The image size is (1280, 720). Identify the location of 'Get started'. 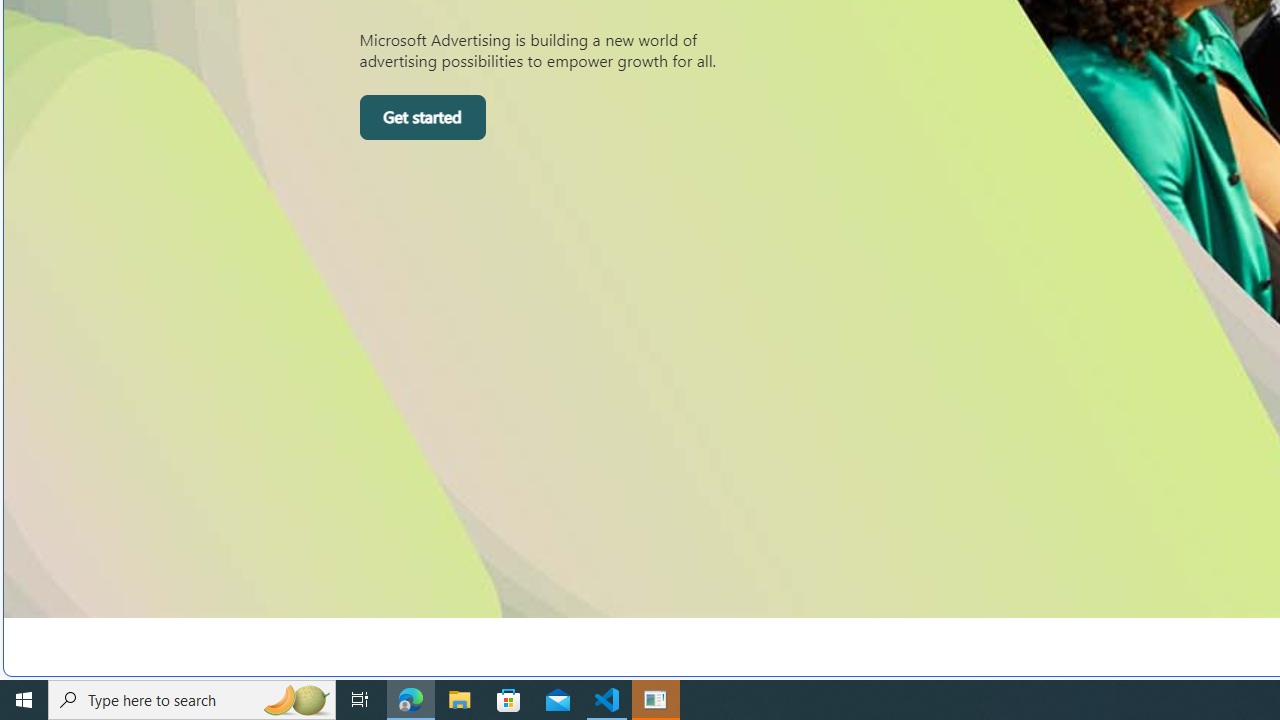
(421, 118).